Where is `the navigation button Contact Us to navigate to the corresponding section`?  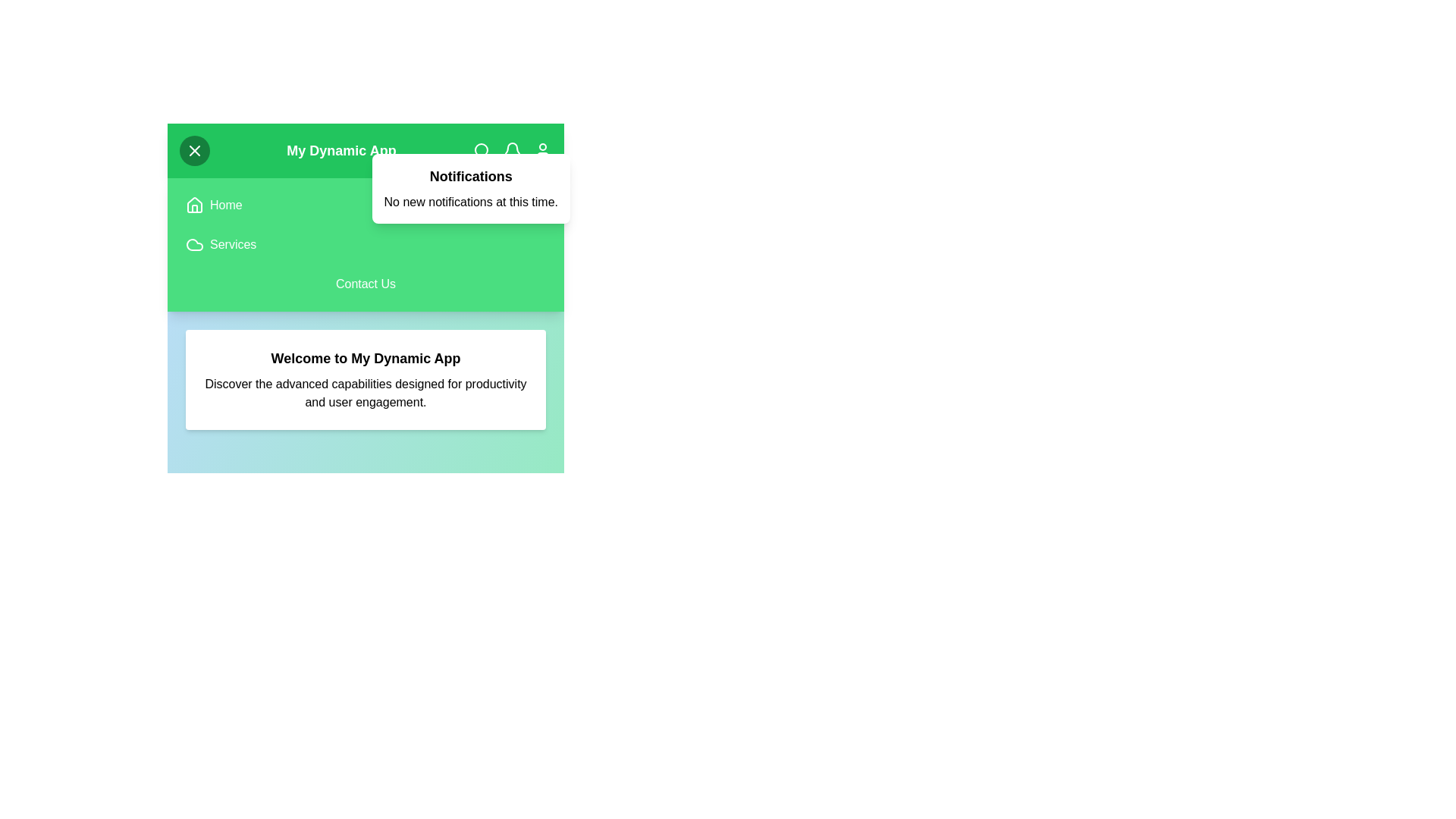
the navigation button Contact Us to navigate to the corresponding section is located at coordinates (366, 284).